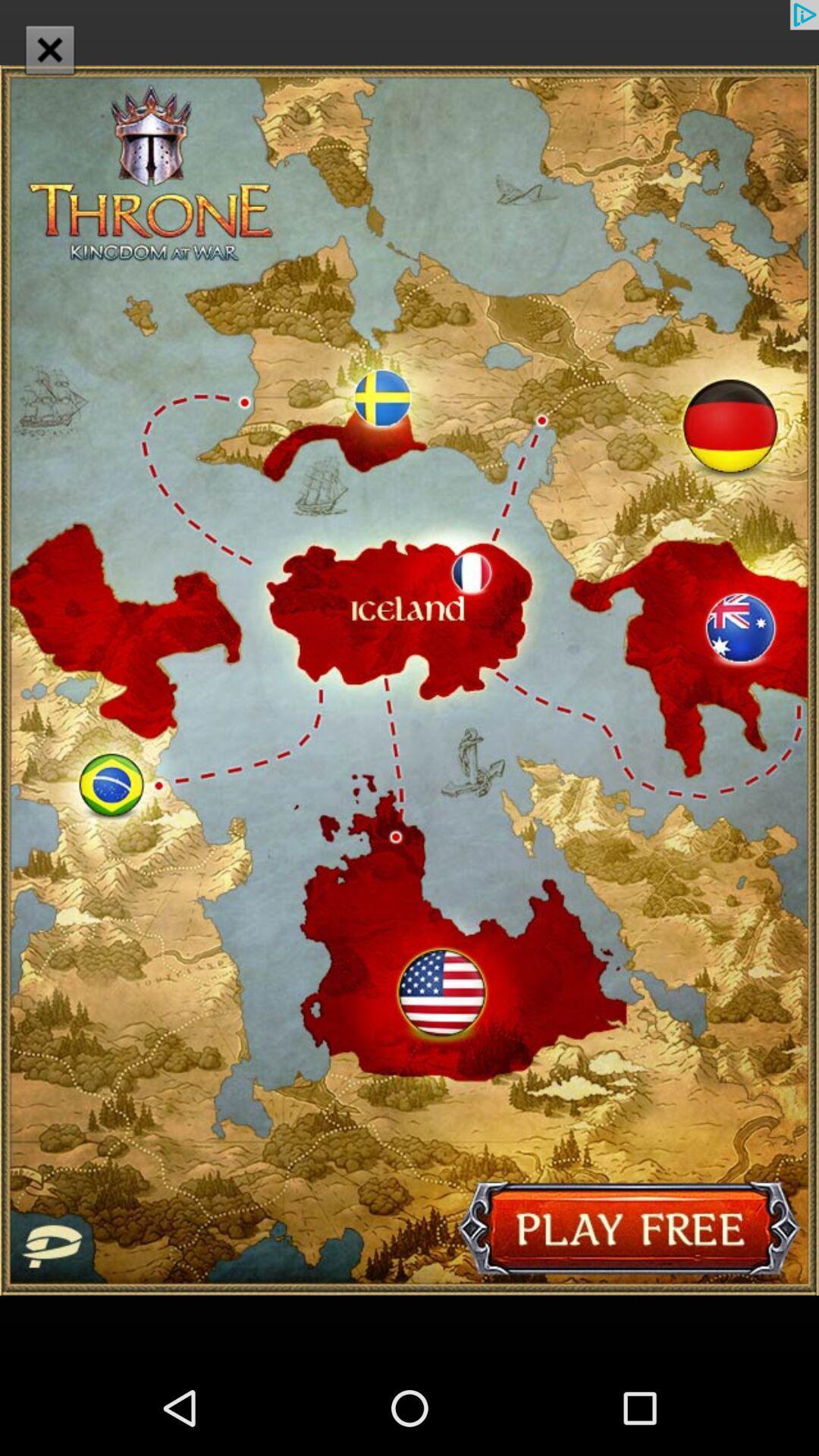 Image resolution: width=819 pixels, height=1456 pixels. Describe the element at coordinates (58, 63) in the screenshot. I see `the close icon` at that location.